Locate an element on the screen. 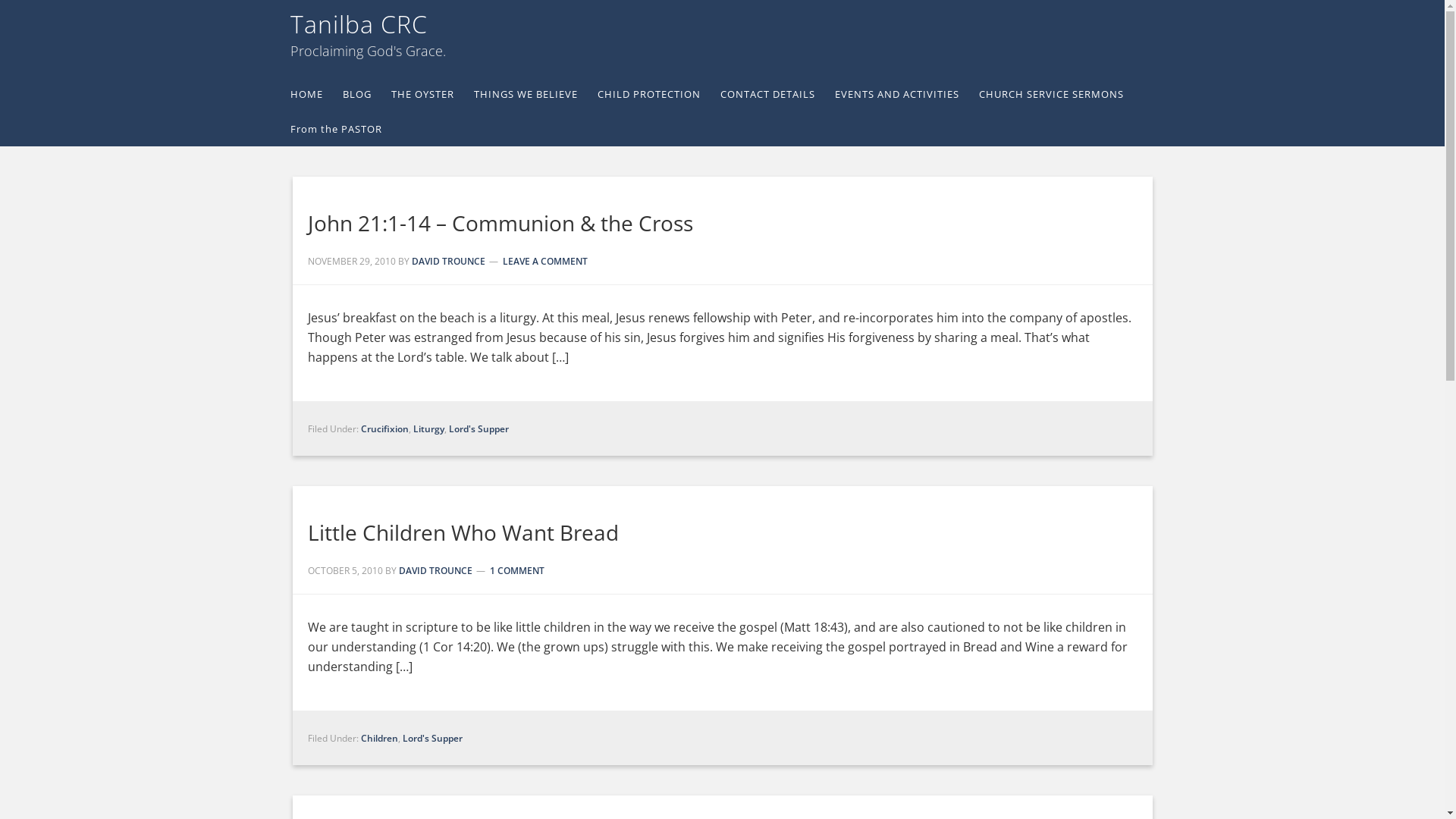  'THINGS WE BELIEVE' is located at coordinates (472, 94).